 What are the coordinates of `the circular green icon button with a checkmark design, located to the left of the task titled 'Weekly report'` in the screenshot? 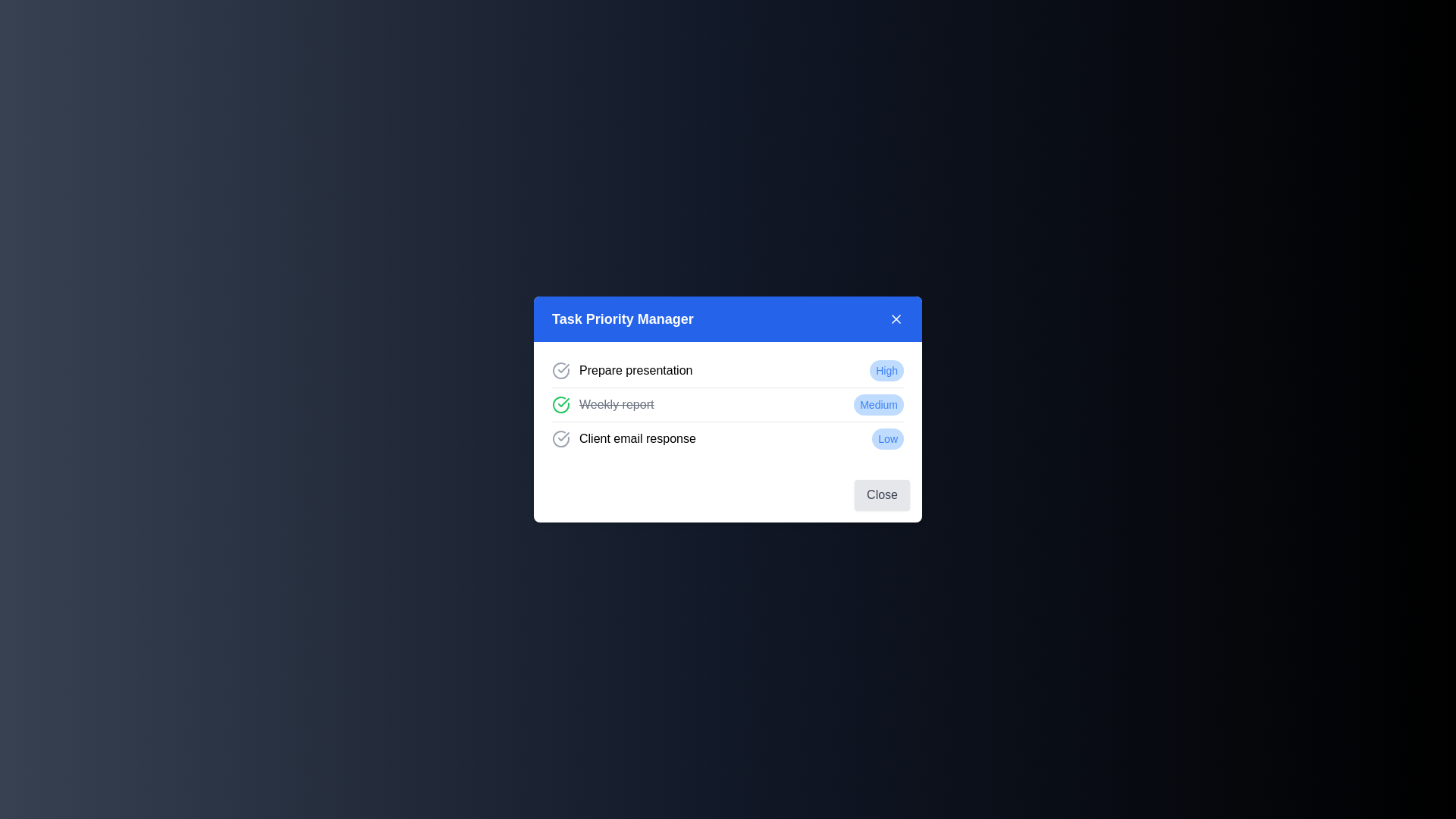 It's located at (560, 403).